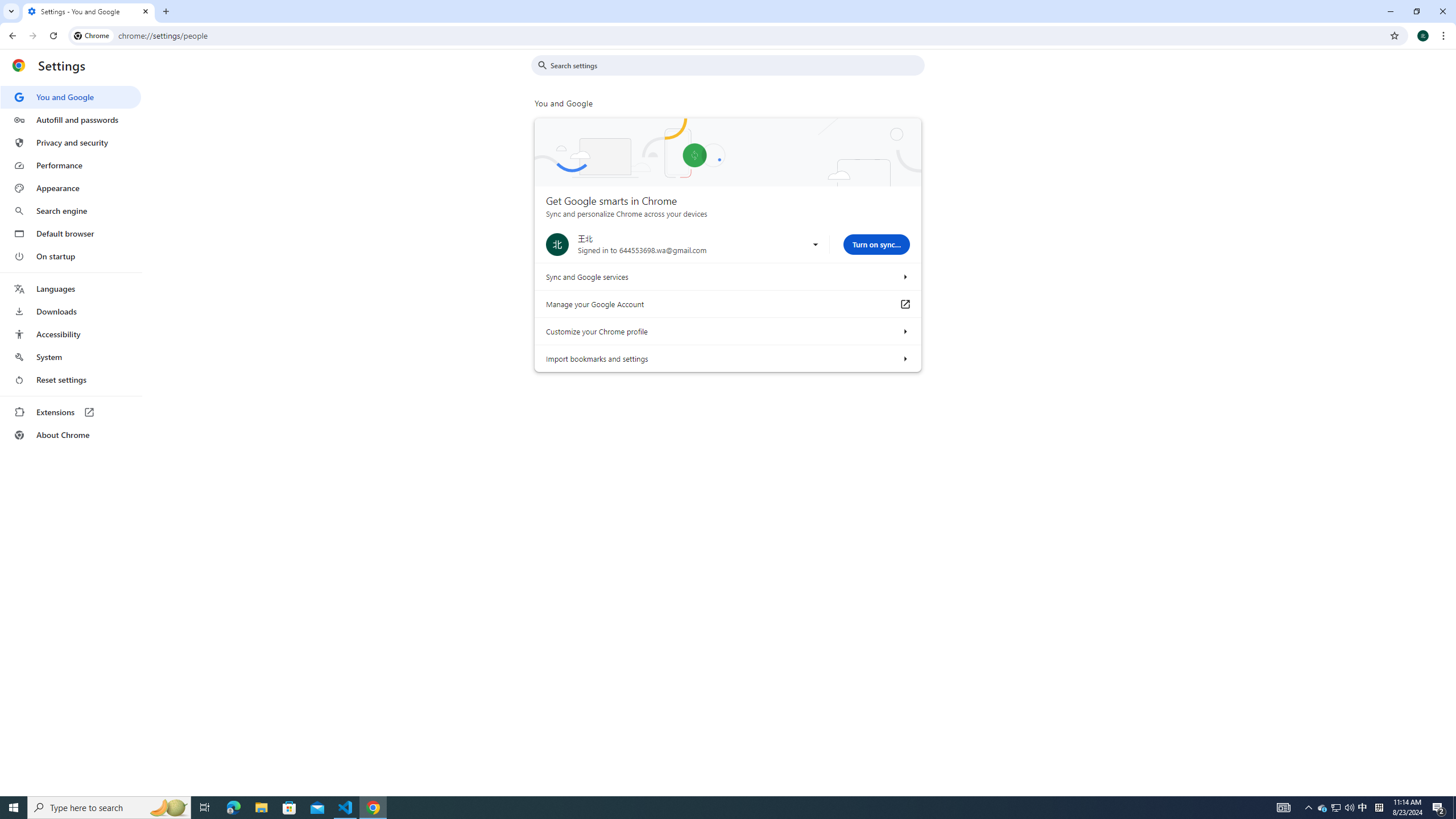  Describe the element at coordinates (71, 266) in the screenshot. I see `'AutomationID: menu'` at that location.